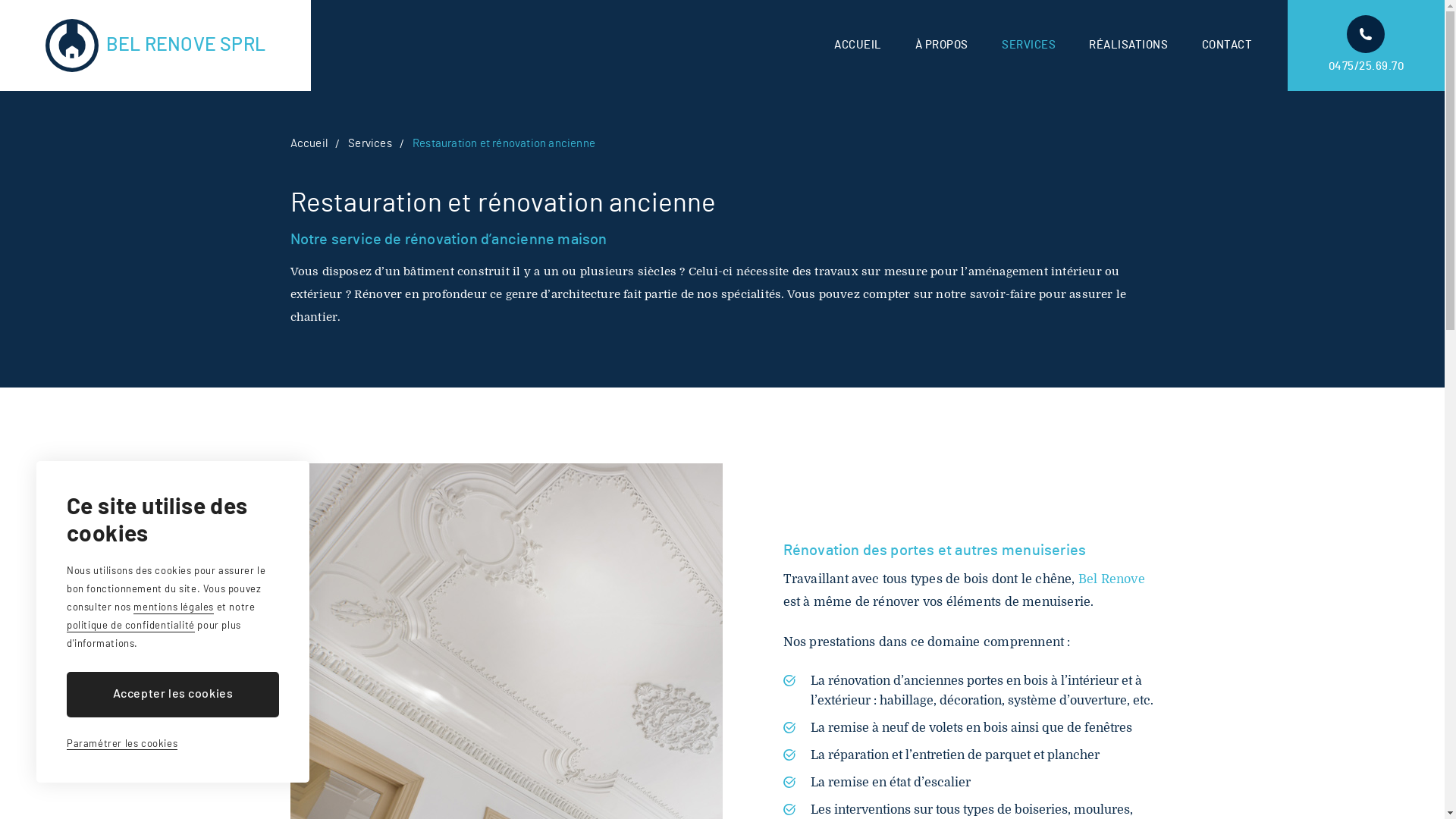  Describe the element at coordinates (833, 45) in the screenshot. I see `'ACCUEIL'` at that location.